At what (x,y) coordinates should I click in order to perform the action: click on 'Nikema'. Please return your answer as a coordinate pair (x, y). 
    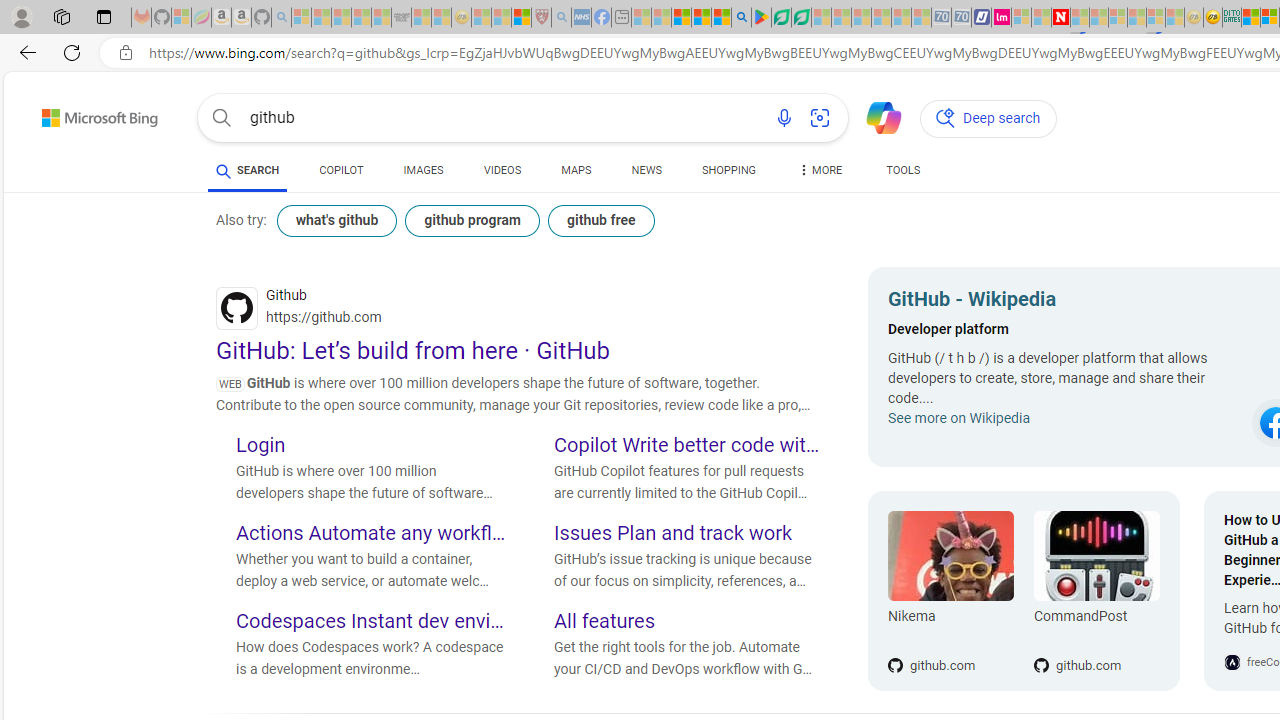
    Looking at the image, I should click on (950, 556).